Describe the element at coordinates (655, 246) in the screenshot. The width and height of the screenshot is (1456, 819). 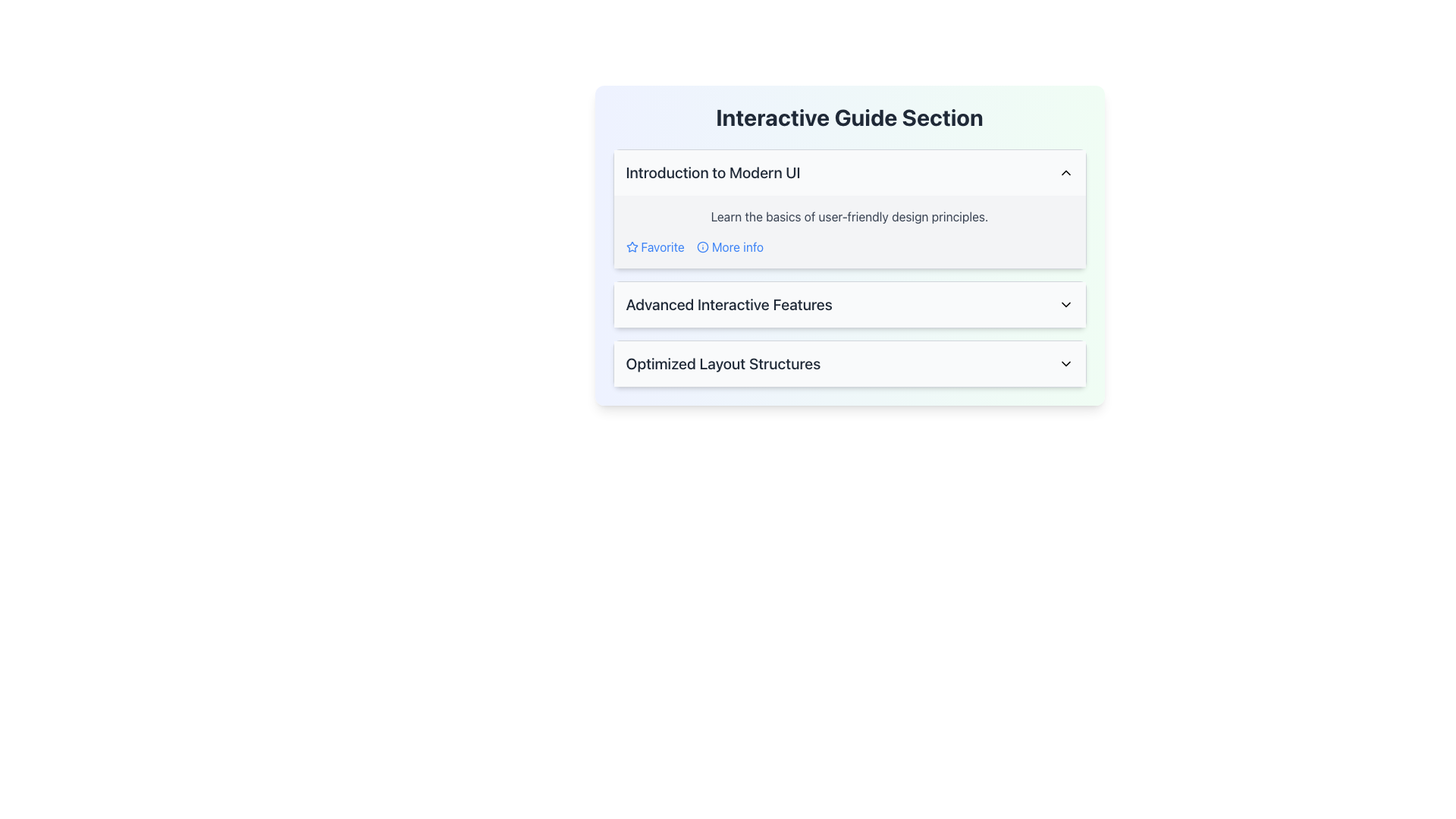
I see `the 'Favorite' hyperlink with a star icon` at that location.